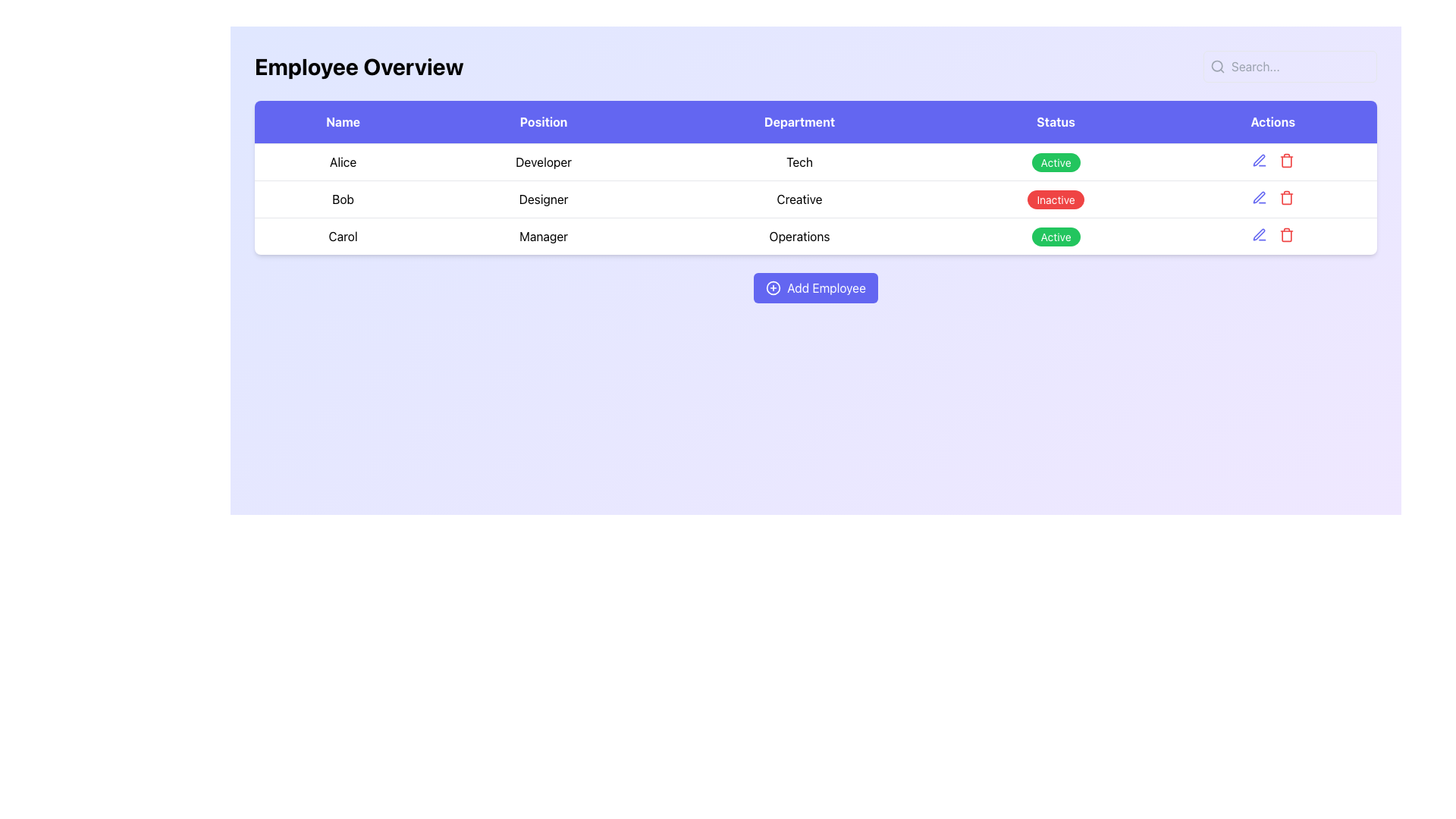 The height and width of the screenshot is (819, 1456). I want to click on the table header cell labeled 'Position', which is the second cell in a row of header cells, featuring a bold white font on an indigo background, so click(544, 121).